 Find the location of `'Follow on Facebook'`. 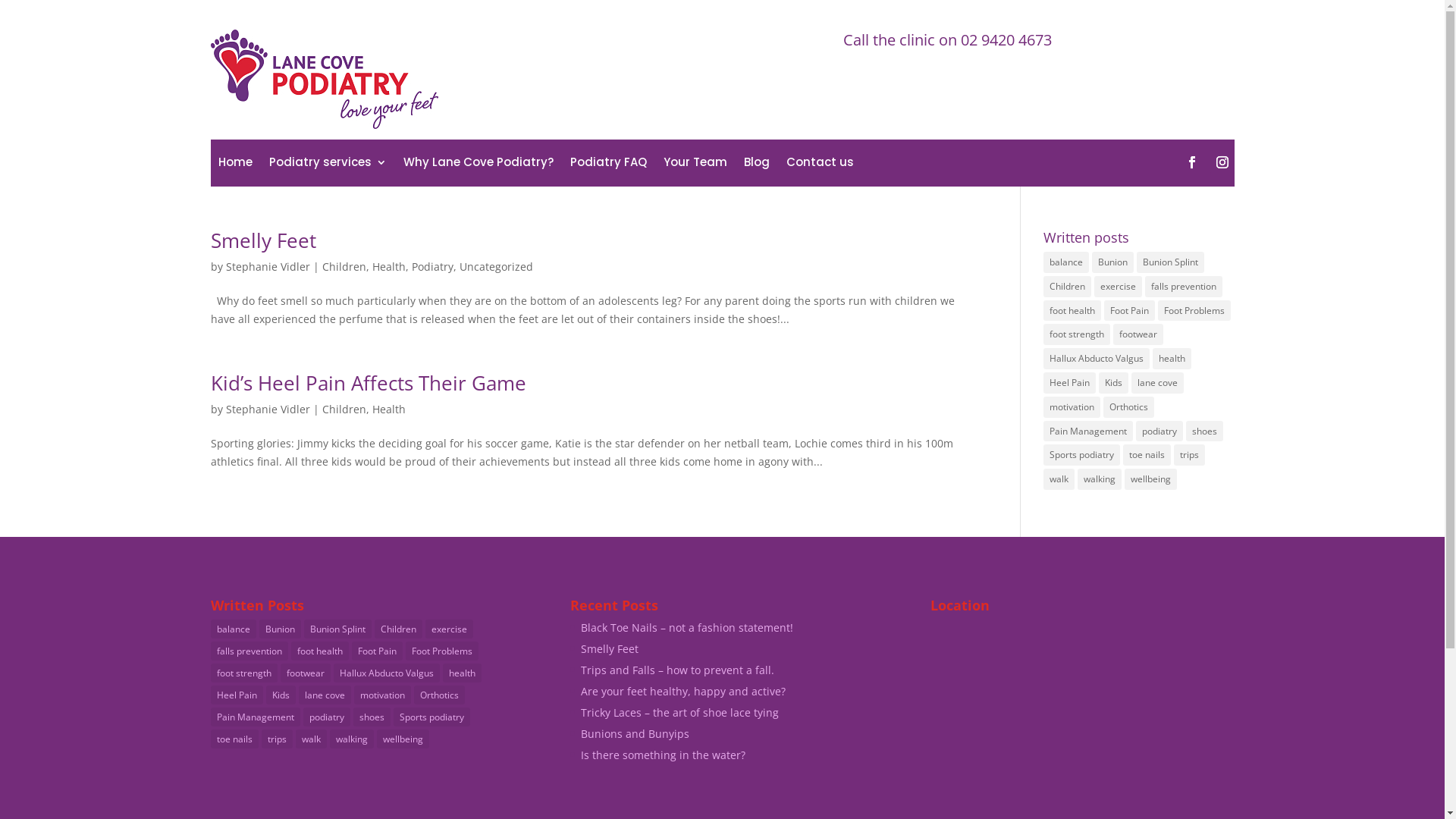

'Follow on Facebook' is located at coordinates (1191, 162).